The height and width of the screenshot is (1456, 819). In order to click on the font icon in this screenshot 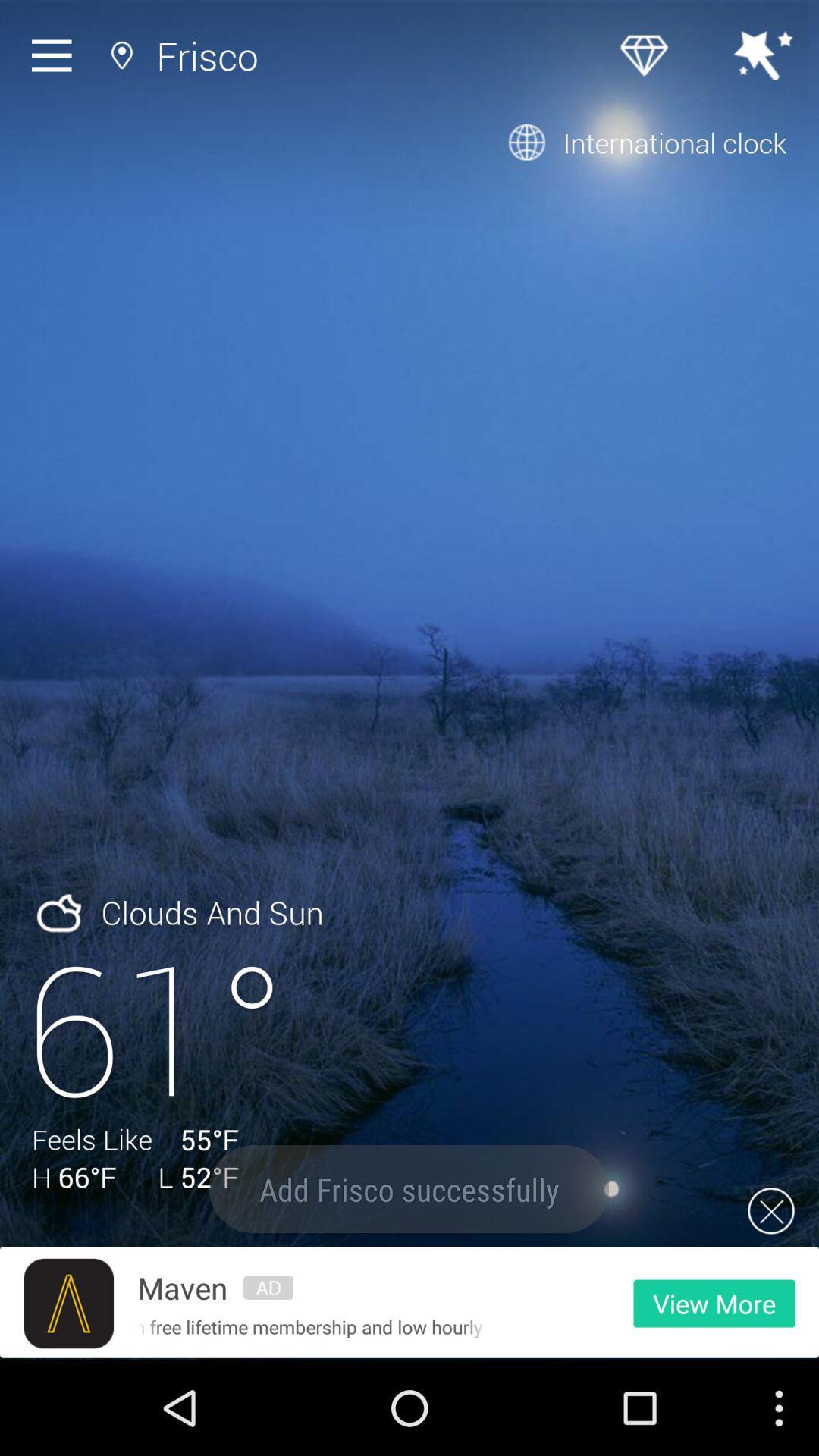, I will do `click(68, 1395)`.